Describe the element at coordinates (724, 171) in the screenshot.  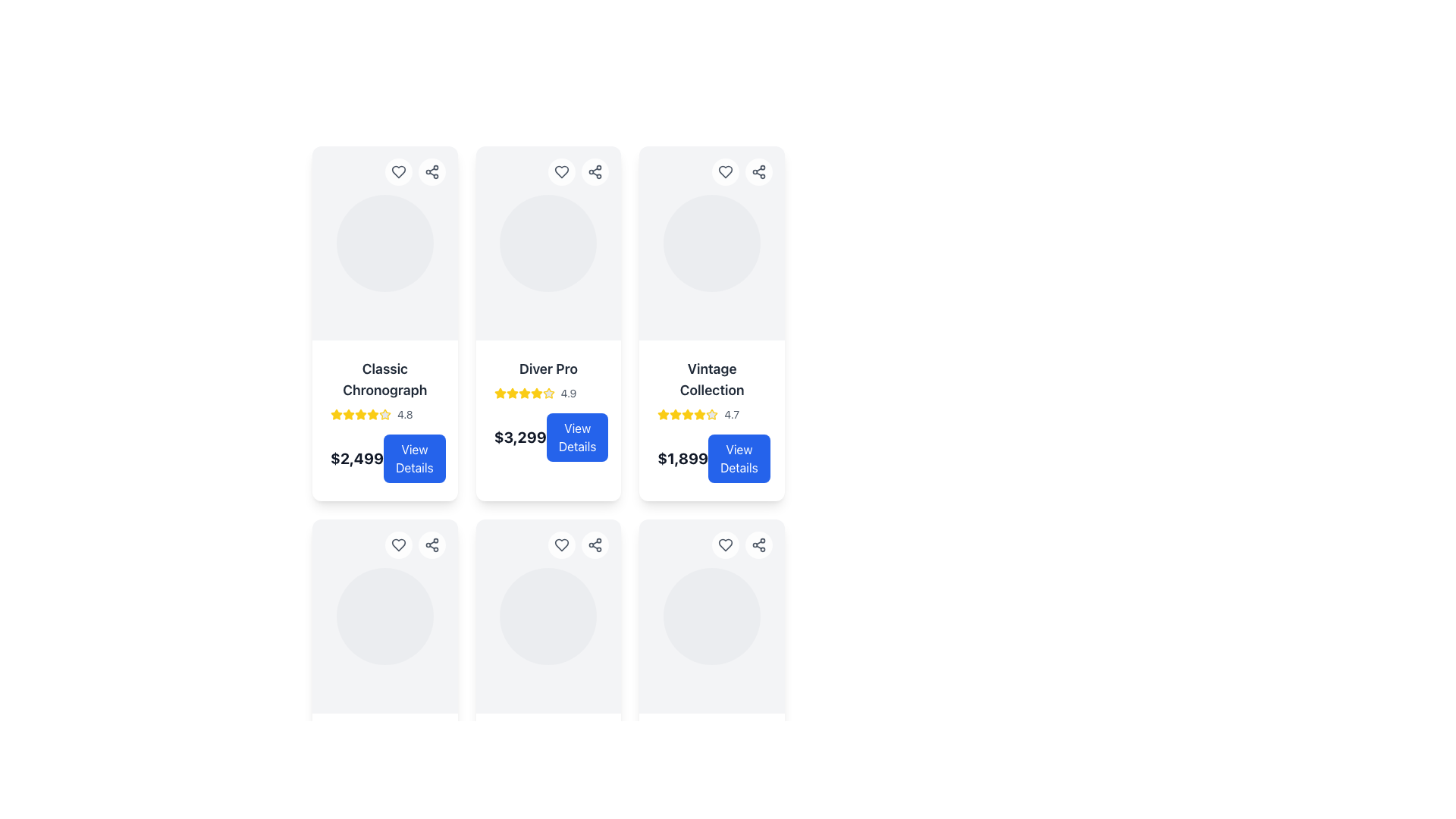
I see `the heart icon located at the top-right corner of the third card in the grid to change its color from gray to red` at that location.